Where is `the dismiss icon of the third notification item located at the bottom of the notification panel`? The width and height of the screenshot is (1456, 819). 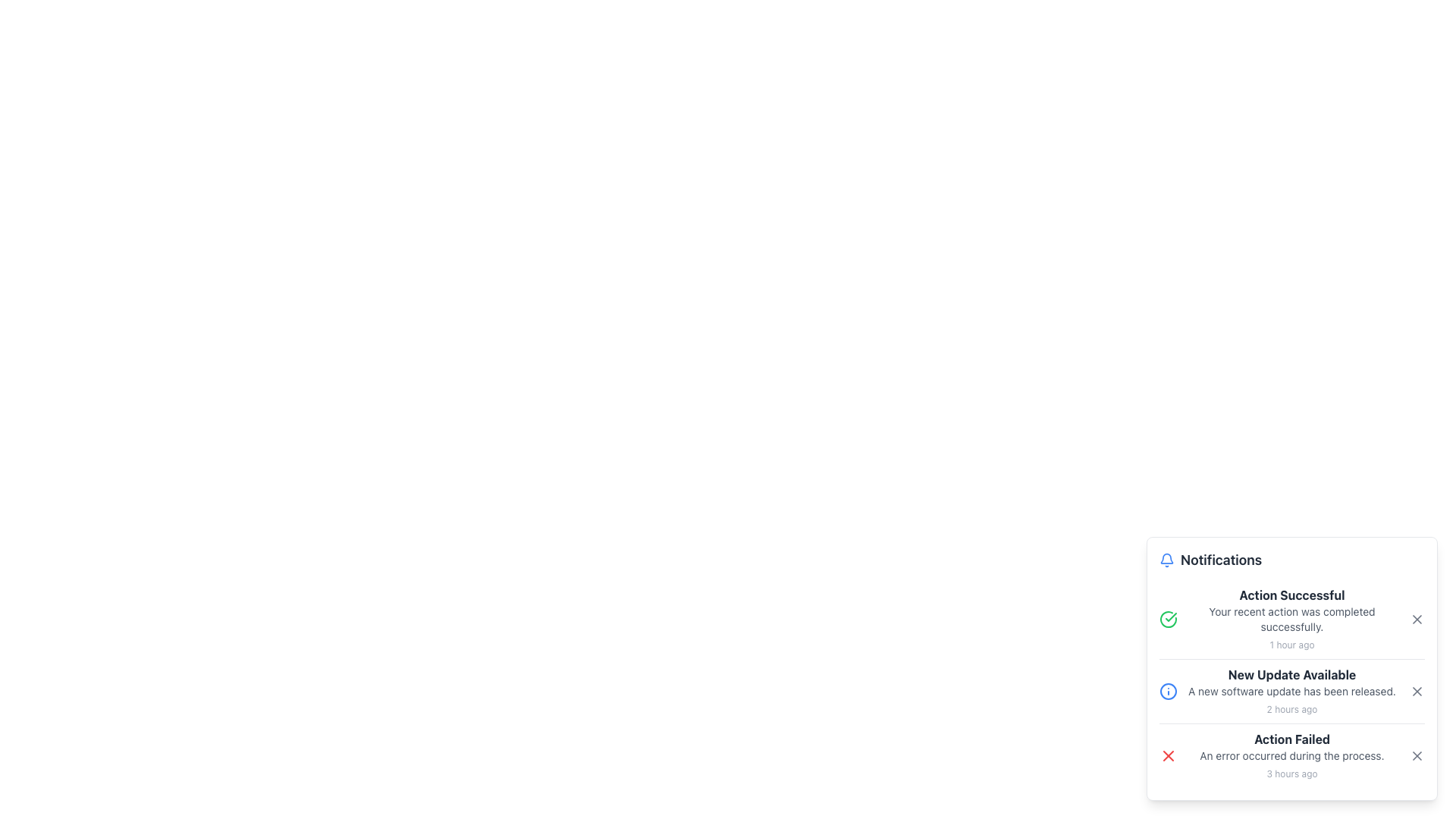
the dismiss icon of the third notification item located at the bottom of the notification panel is located at coordinates (1291, 755).